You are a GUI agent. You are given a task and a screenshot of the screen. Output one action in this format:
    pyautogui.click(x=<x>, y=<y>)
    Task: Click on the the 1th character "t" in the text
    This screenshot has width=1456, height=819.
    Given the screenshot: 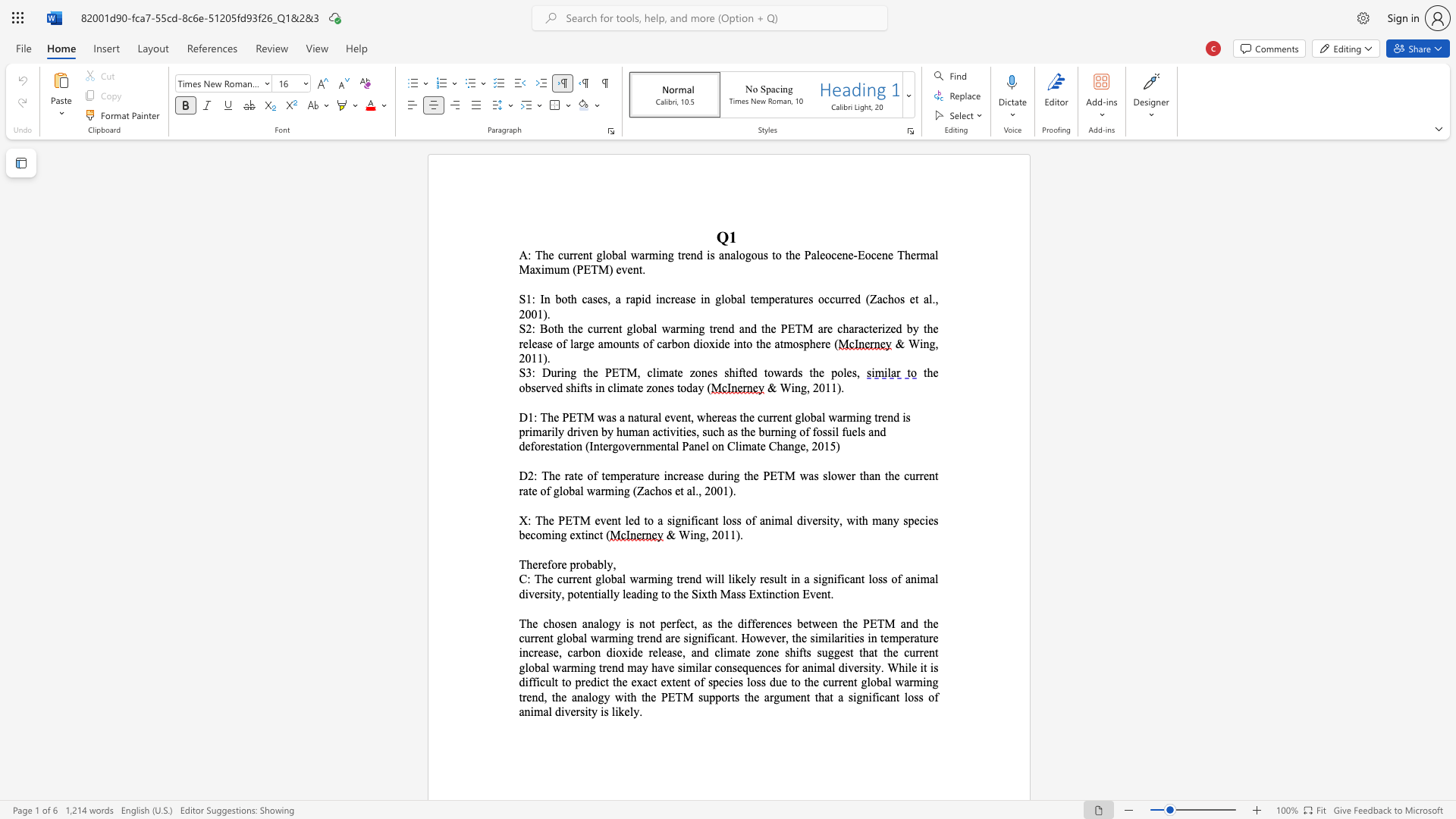 What is the action you would take?
    pyautogui.click(x=632, y=344)
    